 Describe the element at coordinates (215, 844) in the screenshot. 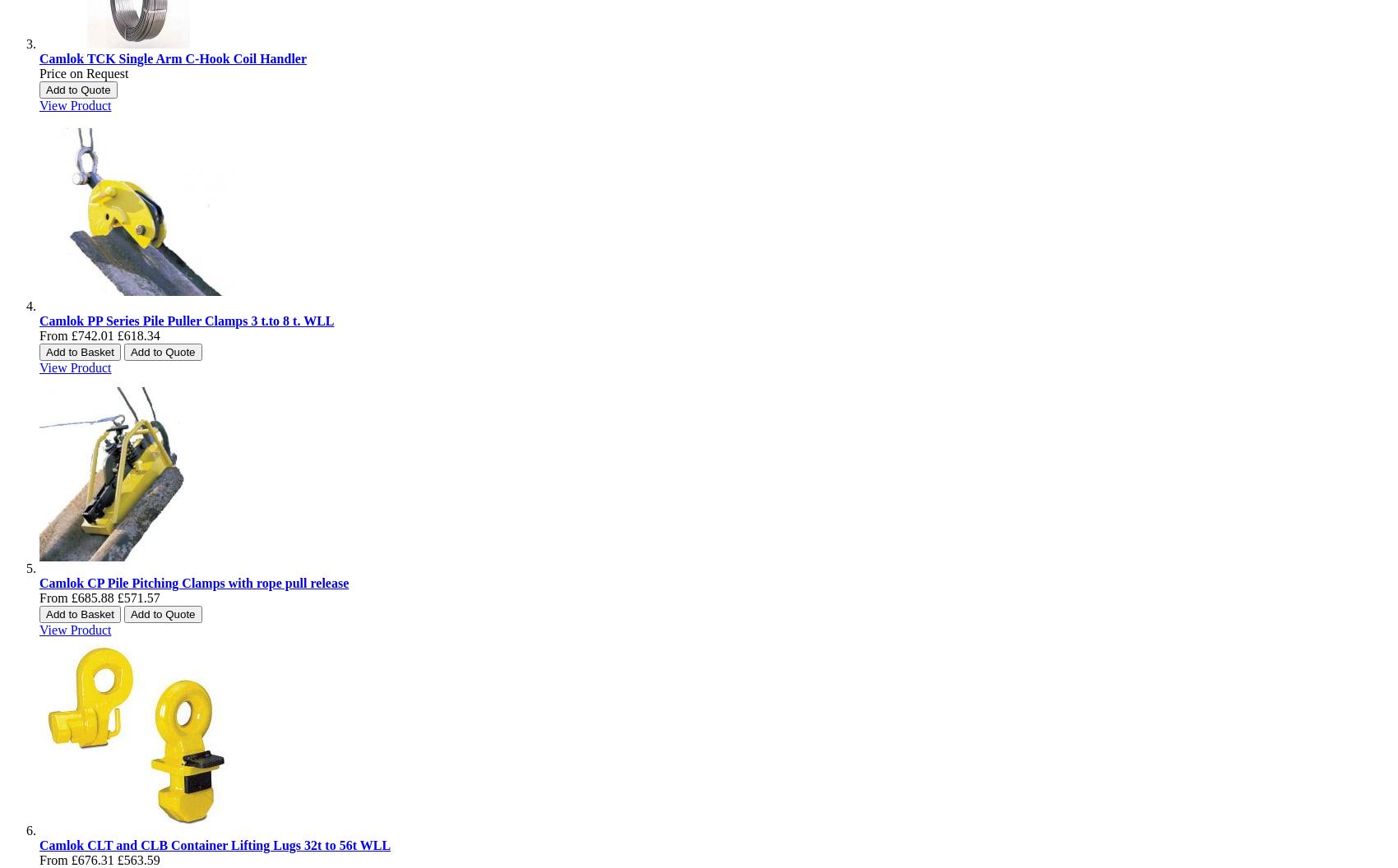

I see `'Camlok CLT and CLB Container Lifting Lugs 32t to 56t WLL'` at that location.